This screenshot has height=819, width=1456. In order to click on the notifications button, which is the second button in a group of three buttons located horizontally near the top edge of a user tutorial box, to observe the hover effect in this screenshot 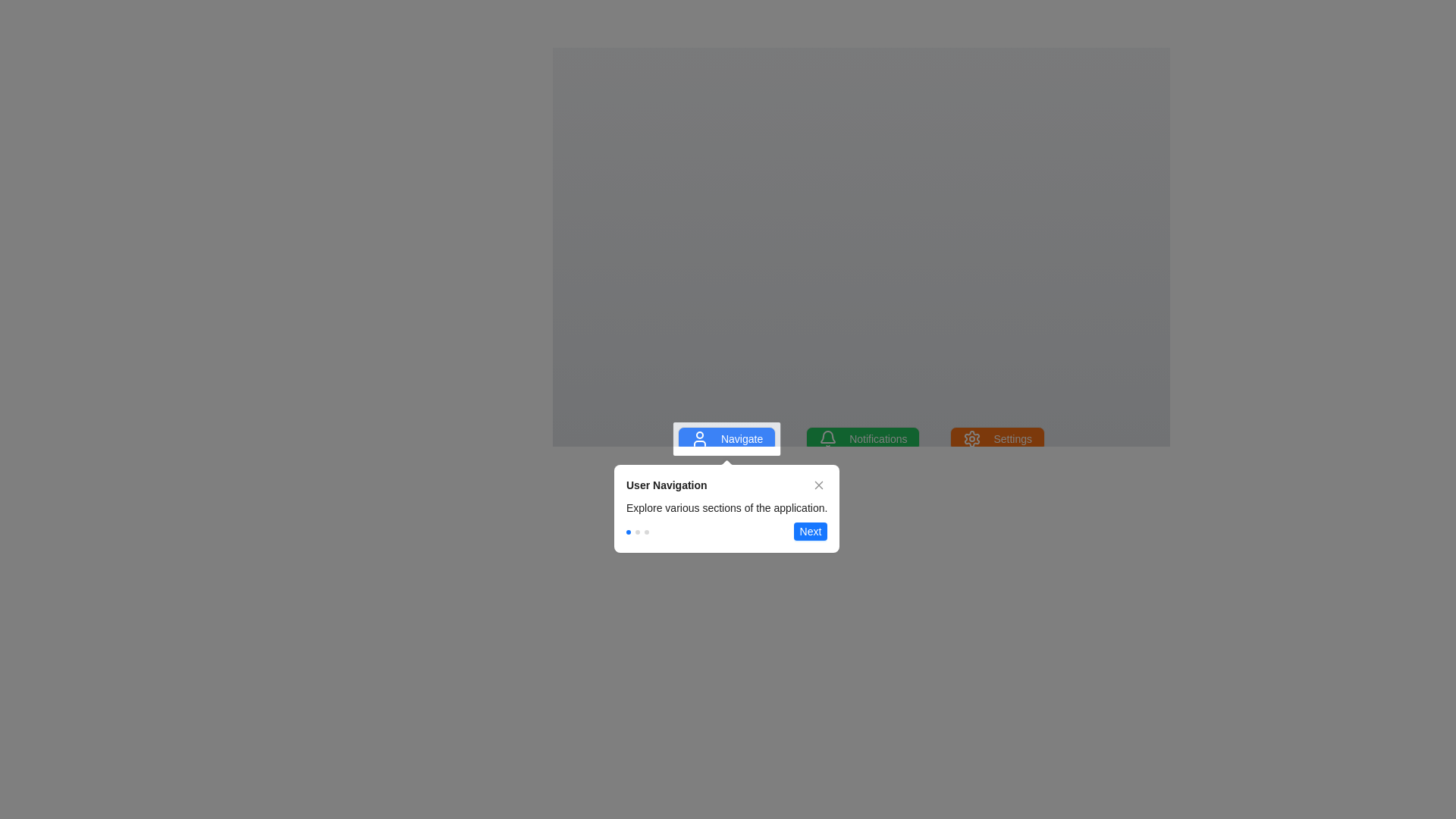, I will do `click(863, 438)`.